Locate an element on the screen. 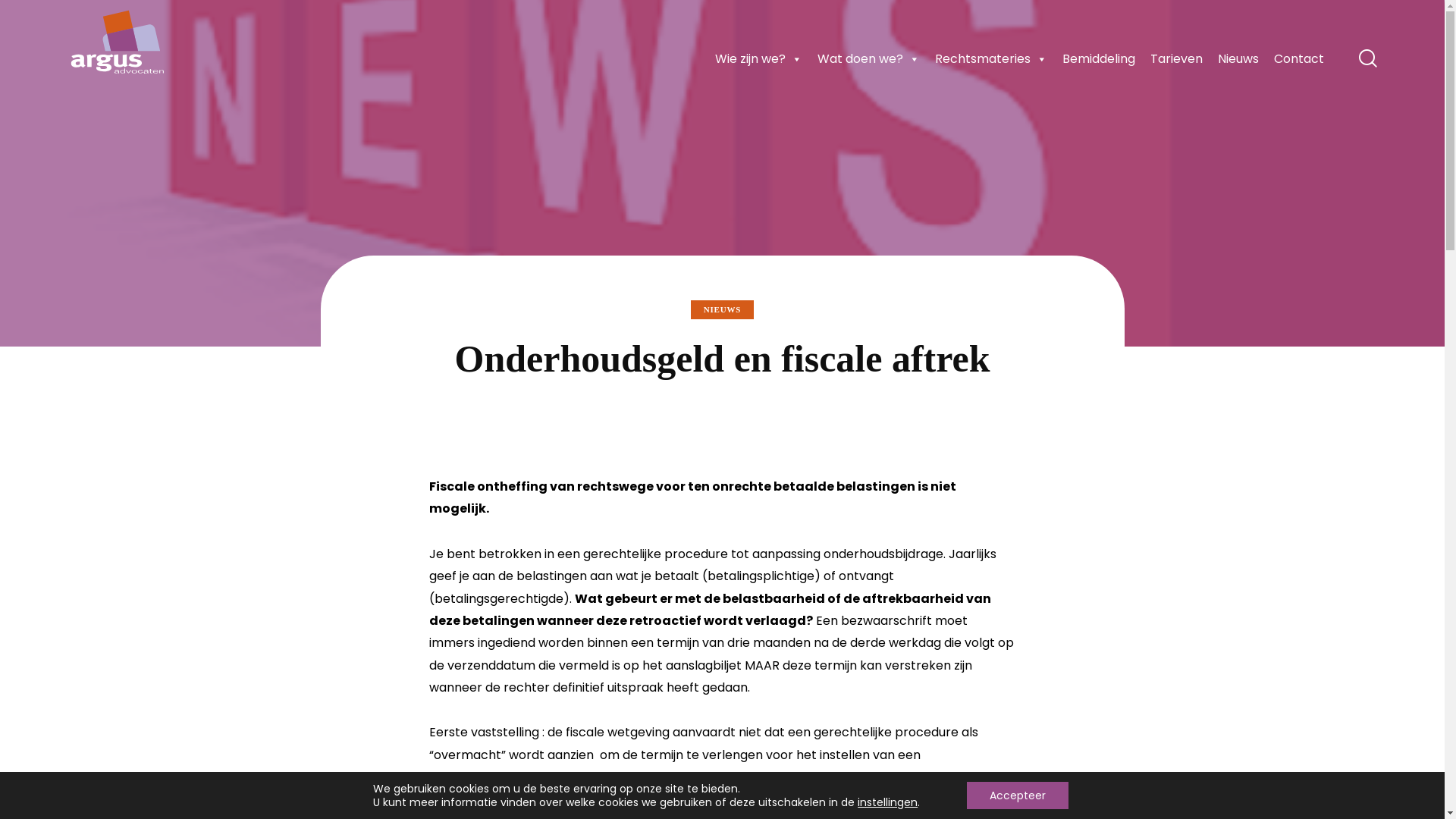 This screenshot has width=1456, height=819. 'Wat doen we?' is located at coordinates (868, 58).